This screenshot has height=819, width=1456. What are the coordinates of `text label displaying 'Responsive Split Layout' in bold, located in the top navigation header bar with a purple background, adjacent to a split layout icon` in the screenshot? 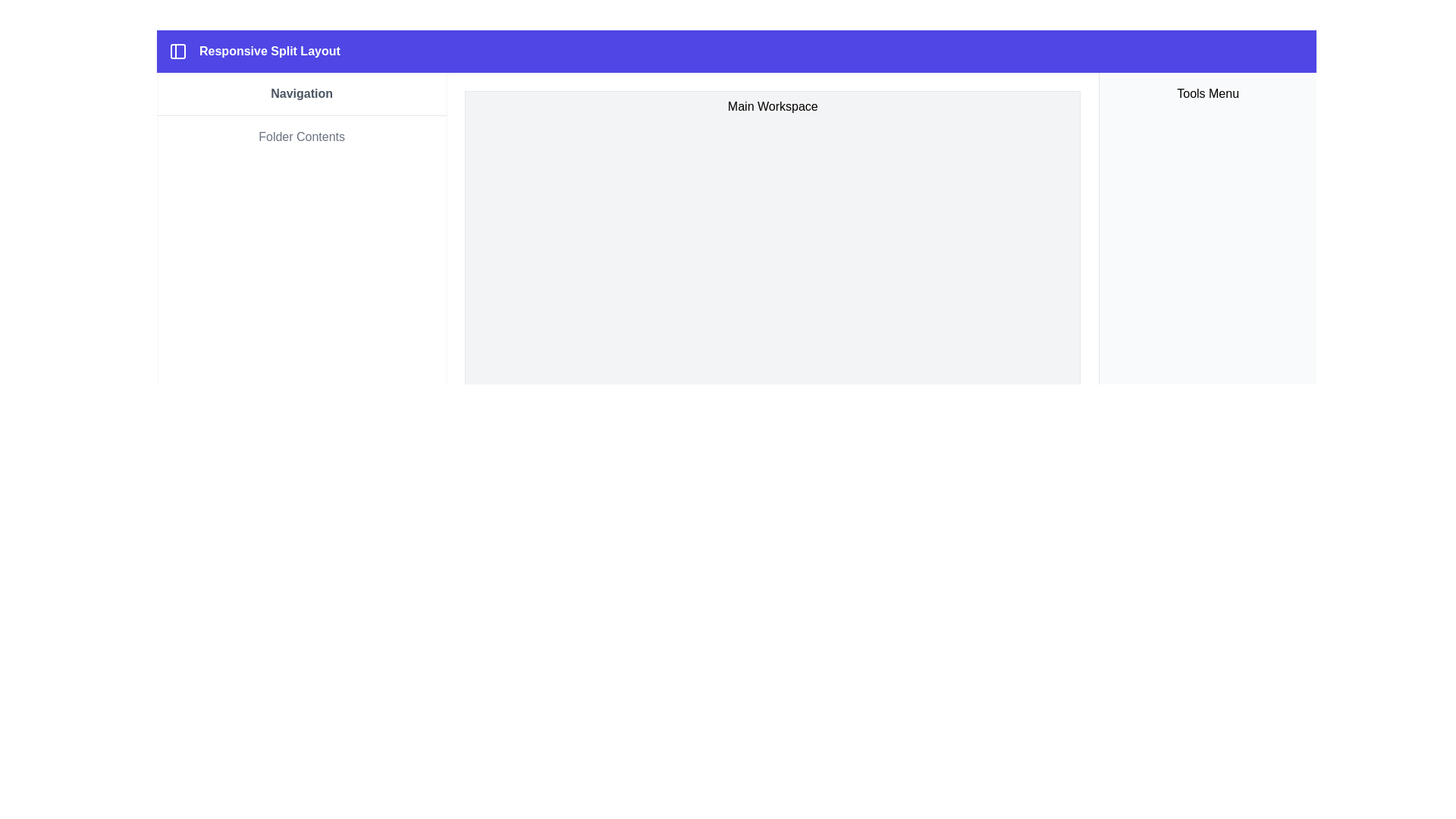 It's located at (269, 51).